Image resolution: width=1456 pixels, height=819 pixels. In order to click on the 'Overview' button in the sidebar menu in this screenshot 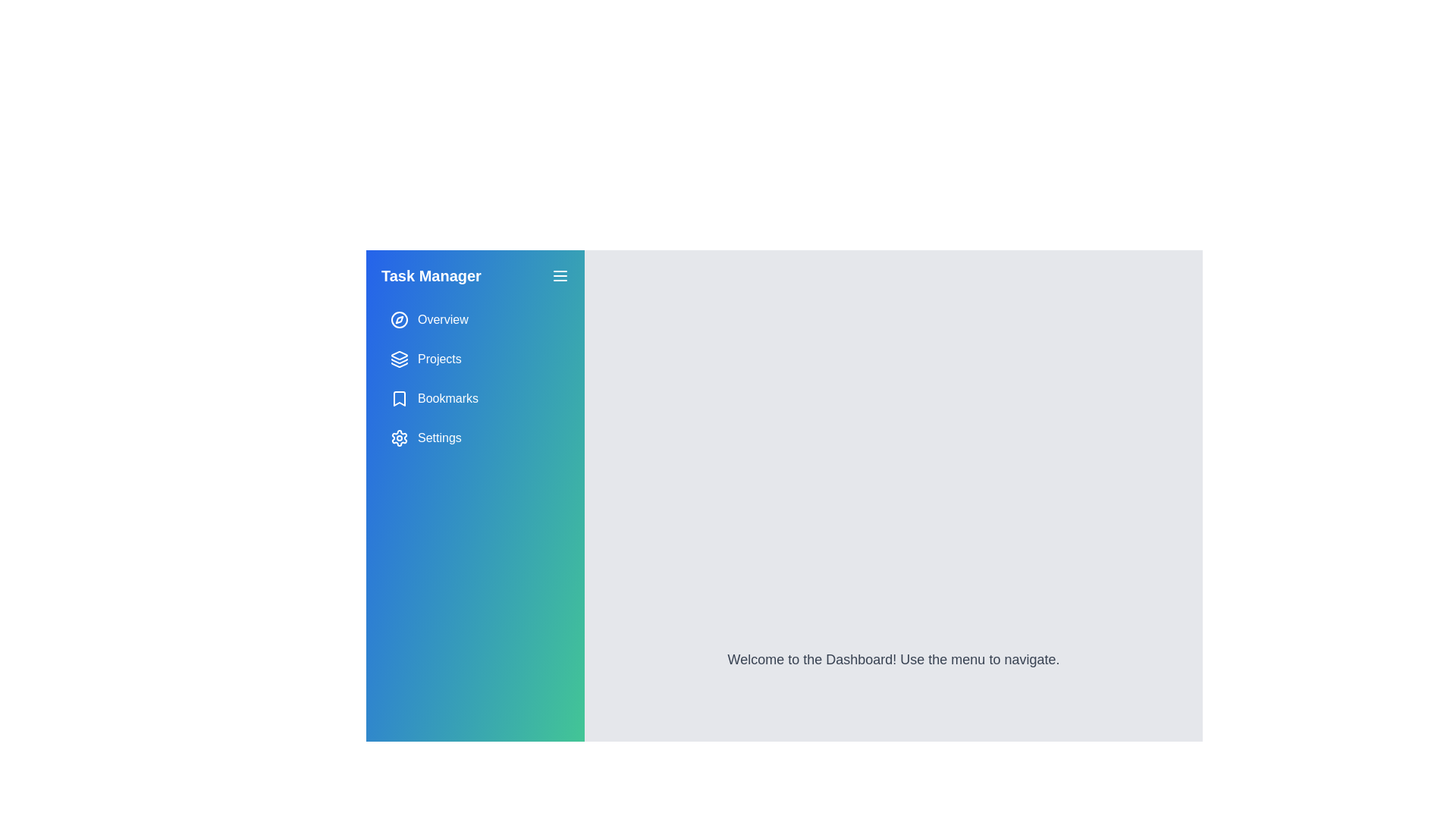, I will do `click(475, 318)`.